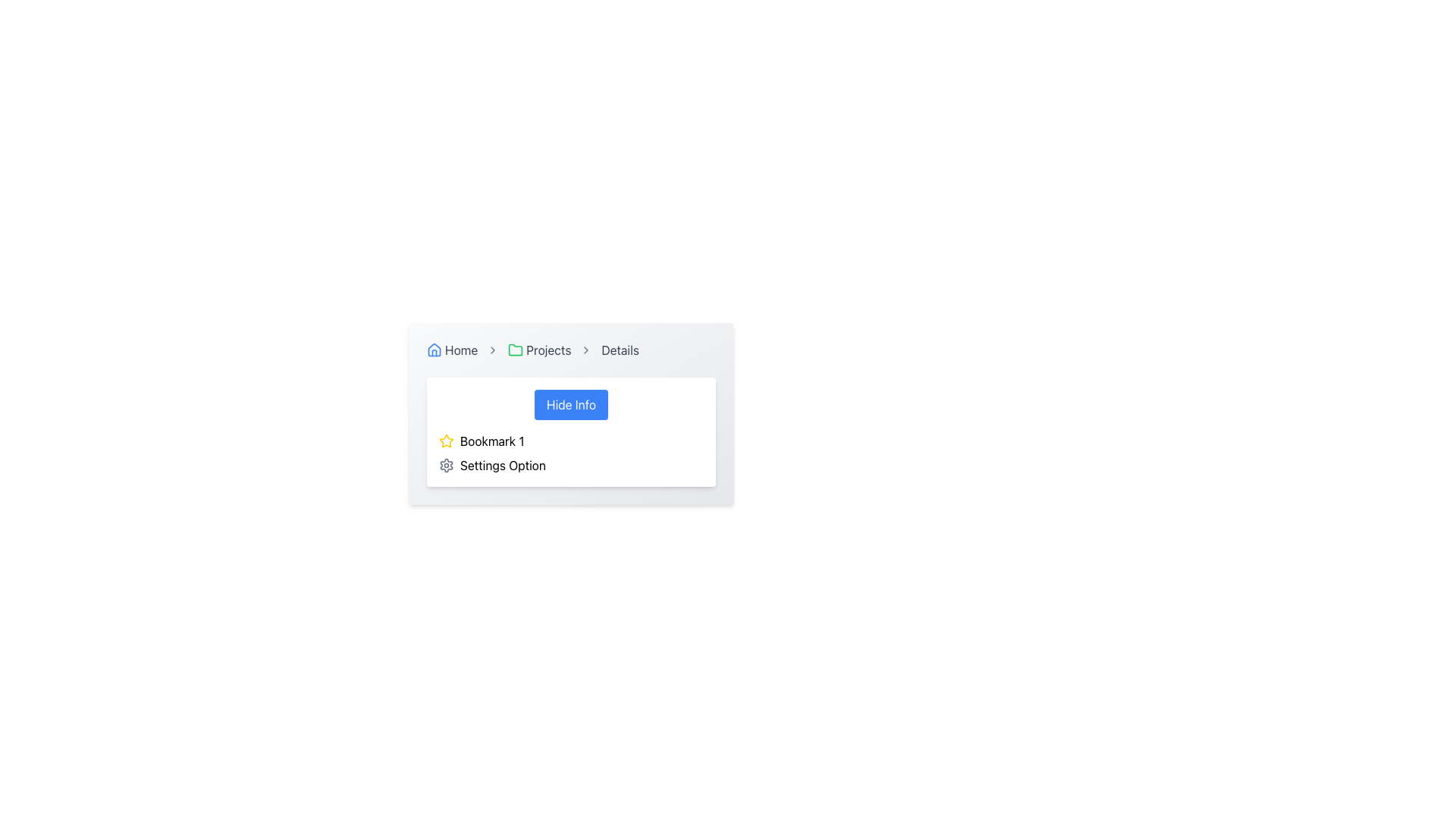 The image size is (1456, 819). What do you see at coordinates (539, 350) in the screenshot?
I see `the 'Projects' breadcrumb navigation item, which includes a green folder icon and a gray text label` at bounding box center [539, 350].